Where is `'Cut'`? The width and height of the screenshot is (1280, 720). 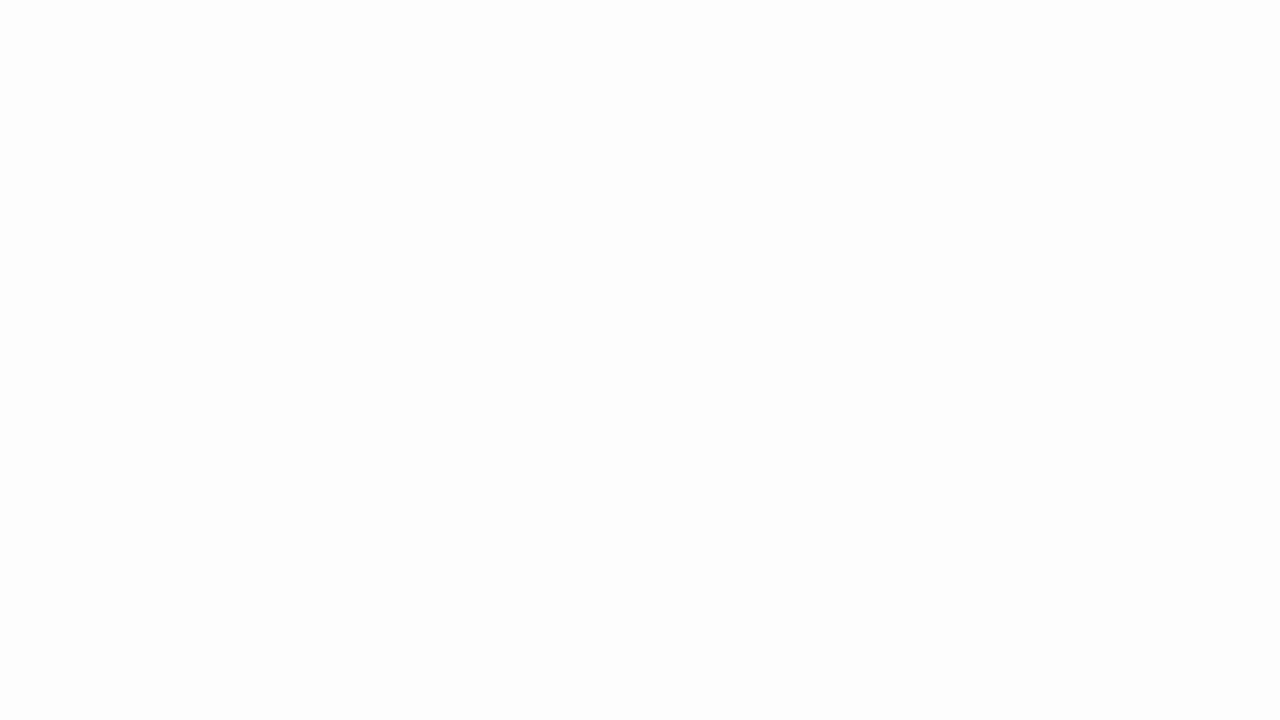
'Cut' is located at coordinates (74, 78).